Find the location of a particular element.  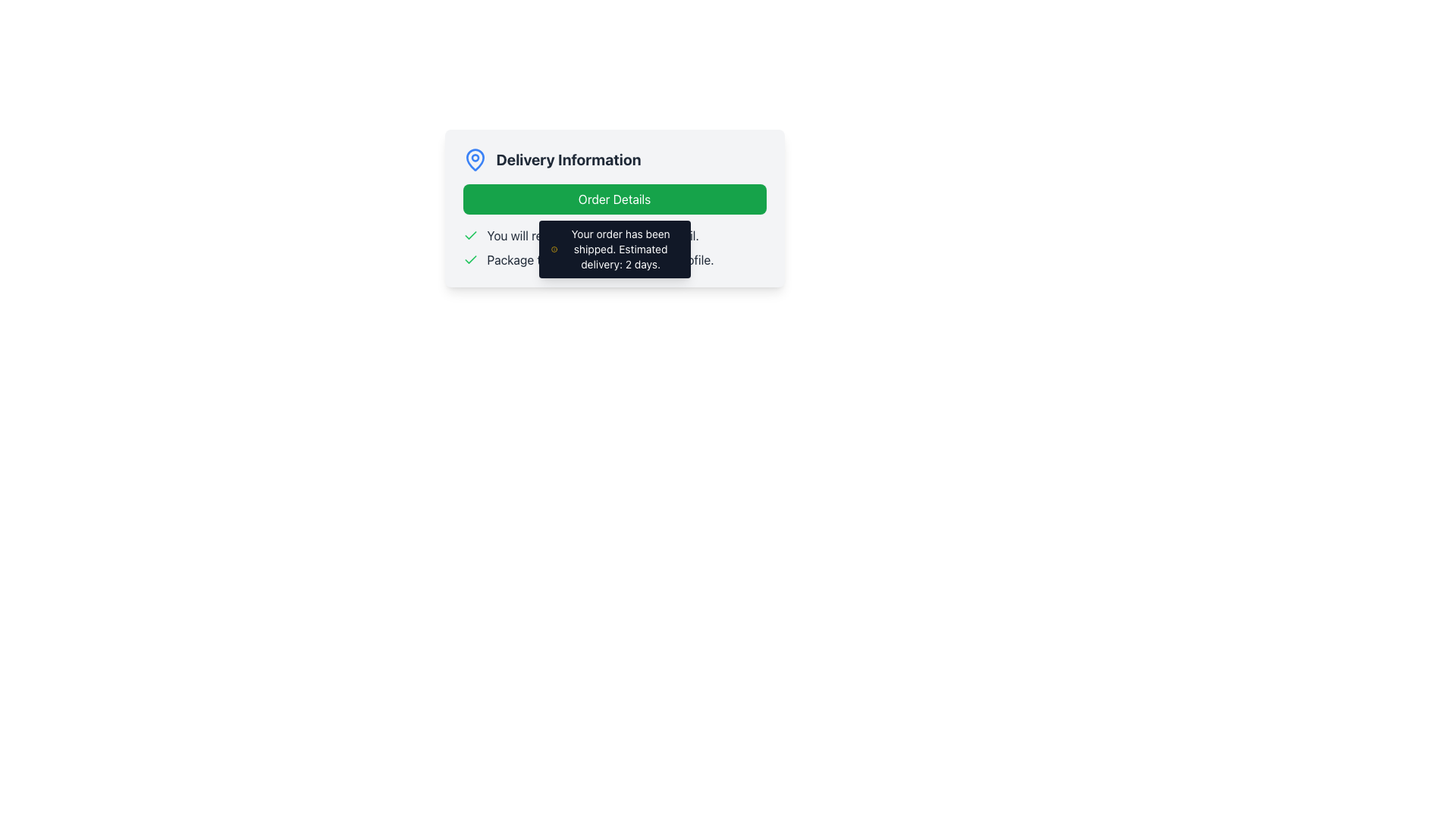

the green checkmark icon indicating confirmation in the delivery status card, located to the left of the text 'Package tracking available in your profile.' is located at coordinates (469, 259).